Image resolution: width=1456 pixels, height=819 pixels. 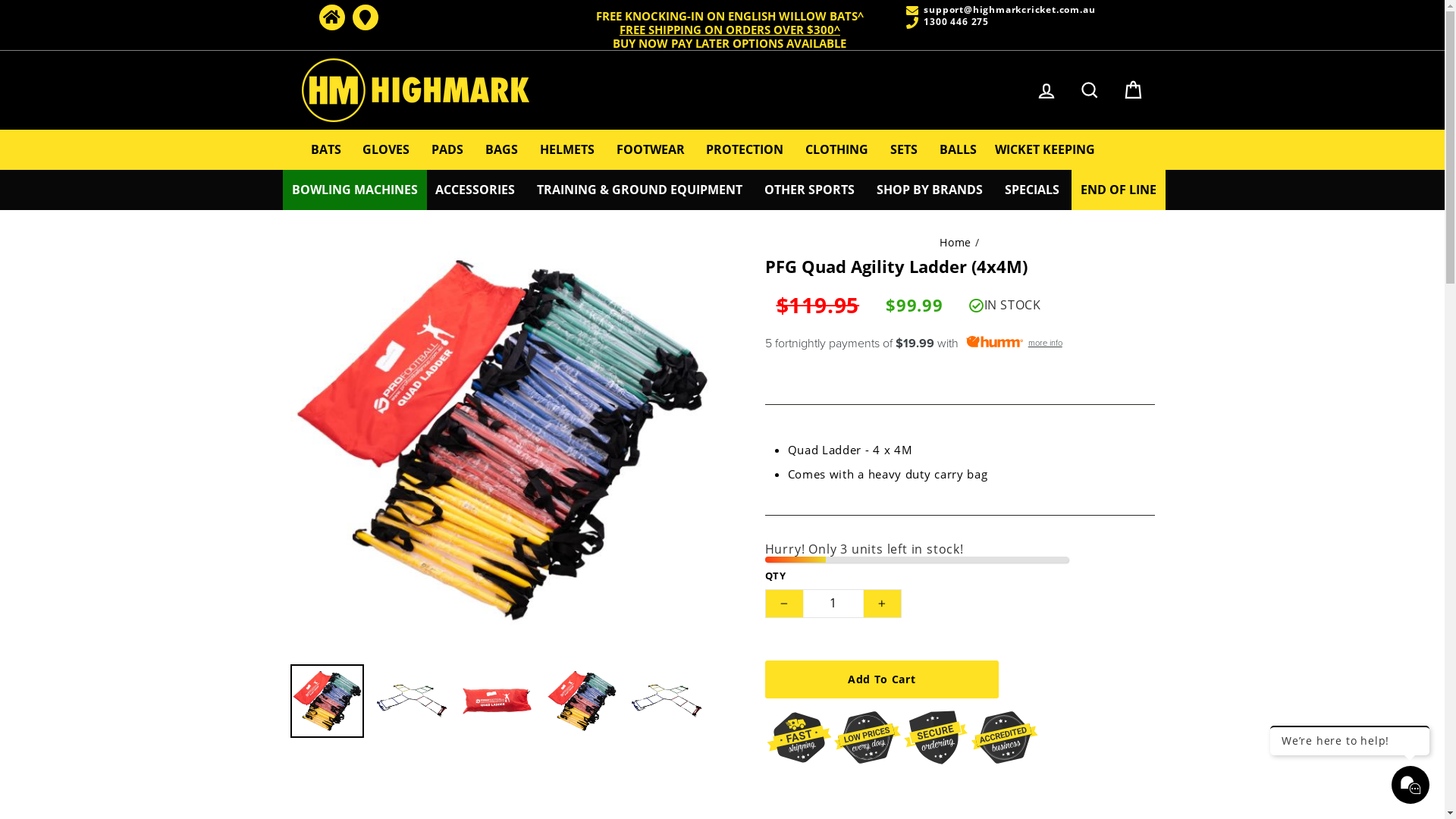 What do you see at coordinates (957, 149) in the screenshot?
I see `'BALLS'` at bounding box center [957, 149].